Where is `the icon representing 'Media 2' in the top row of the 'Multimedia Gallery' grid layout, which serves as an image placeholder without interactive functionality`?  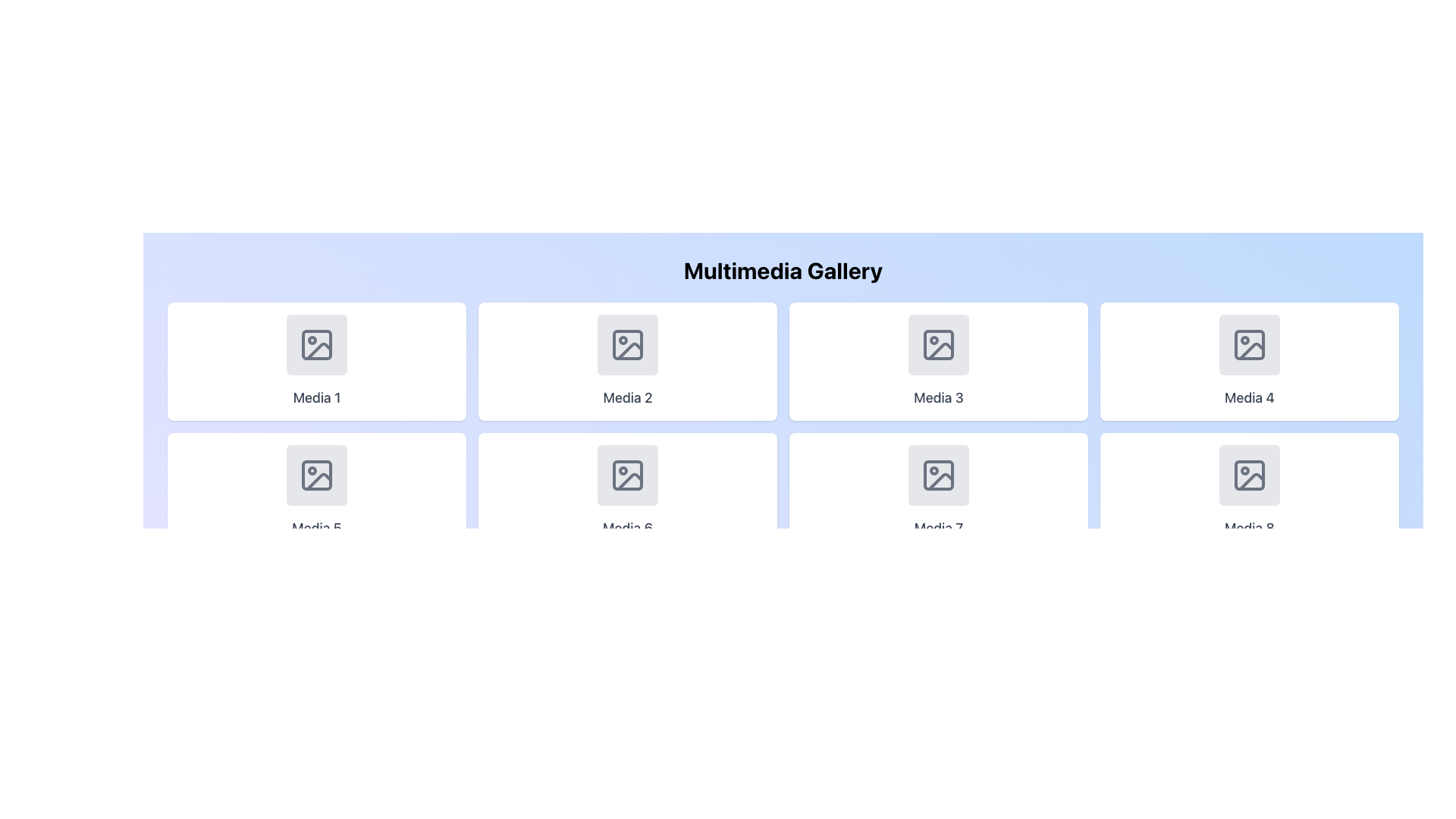
the icon representing 'Media 2' in the top row of the 'Multimedia Gallery' grid layout, which serves as an image placeholder without interactive functionality is located at coordinates (628, 345).